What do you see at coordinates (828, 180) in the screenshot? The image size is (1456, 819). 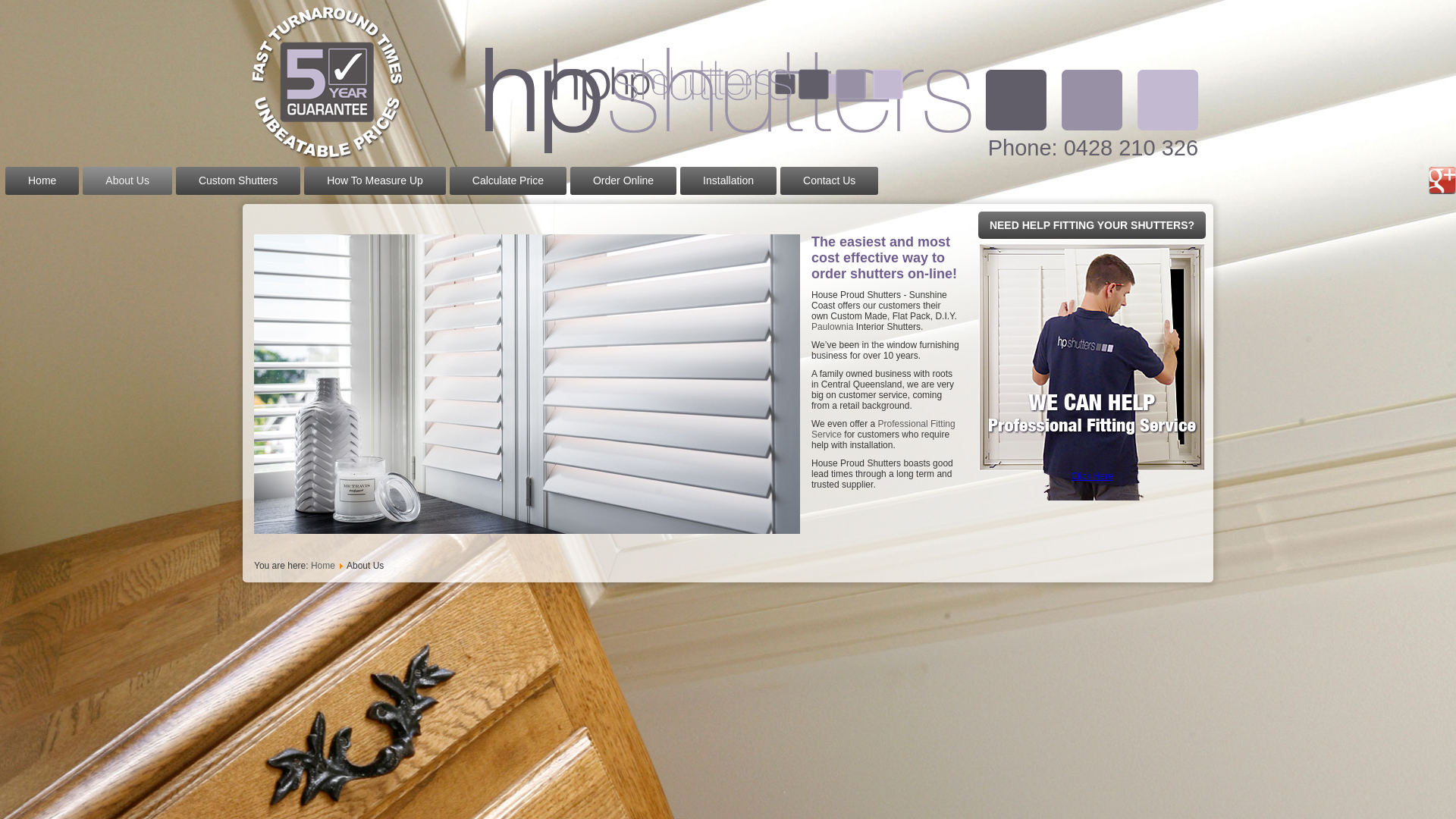 I see `'Contact Us'` at bounding box center [828, 180].